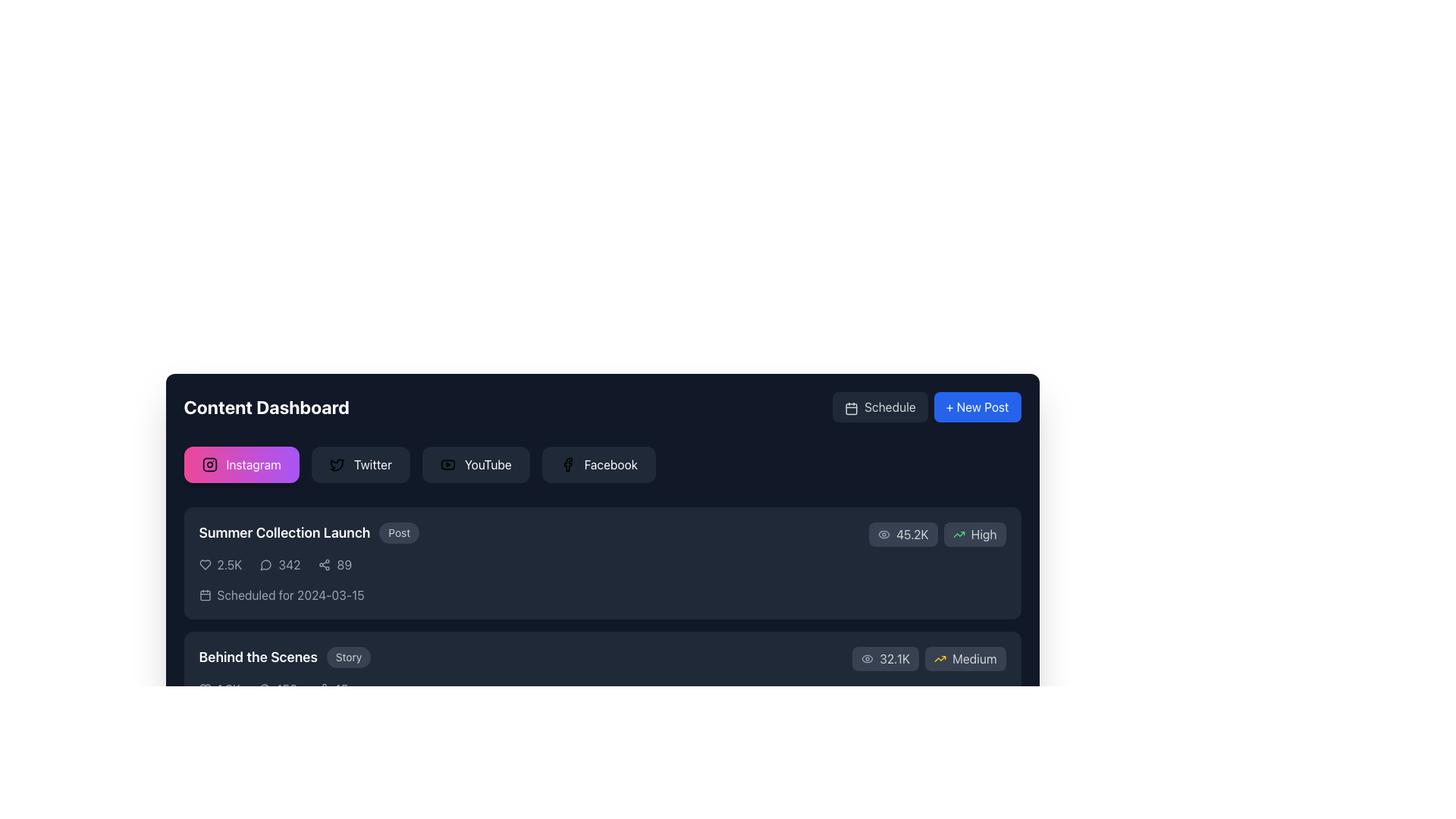  Describe the element at coordinates (324, 564) in the screenshot. I see `the share icon located to the right of the comment count and left of the numeric text '89'` at that location.